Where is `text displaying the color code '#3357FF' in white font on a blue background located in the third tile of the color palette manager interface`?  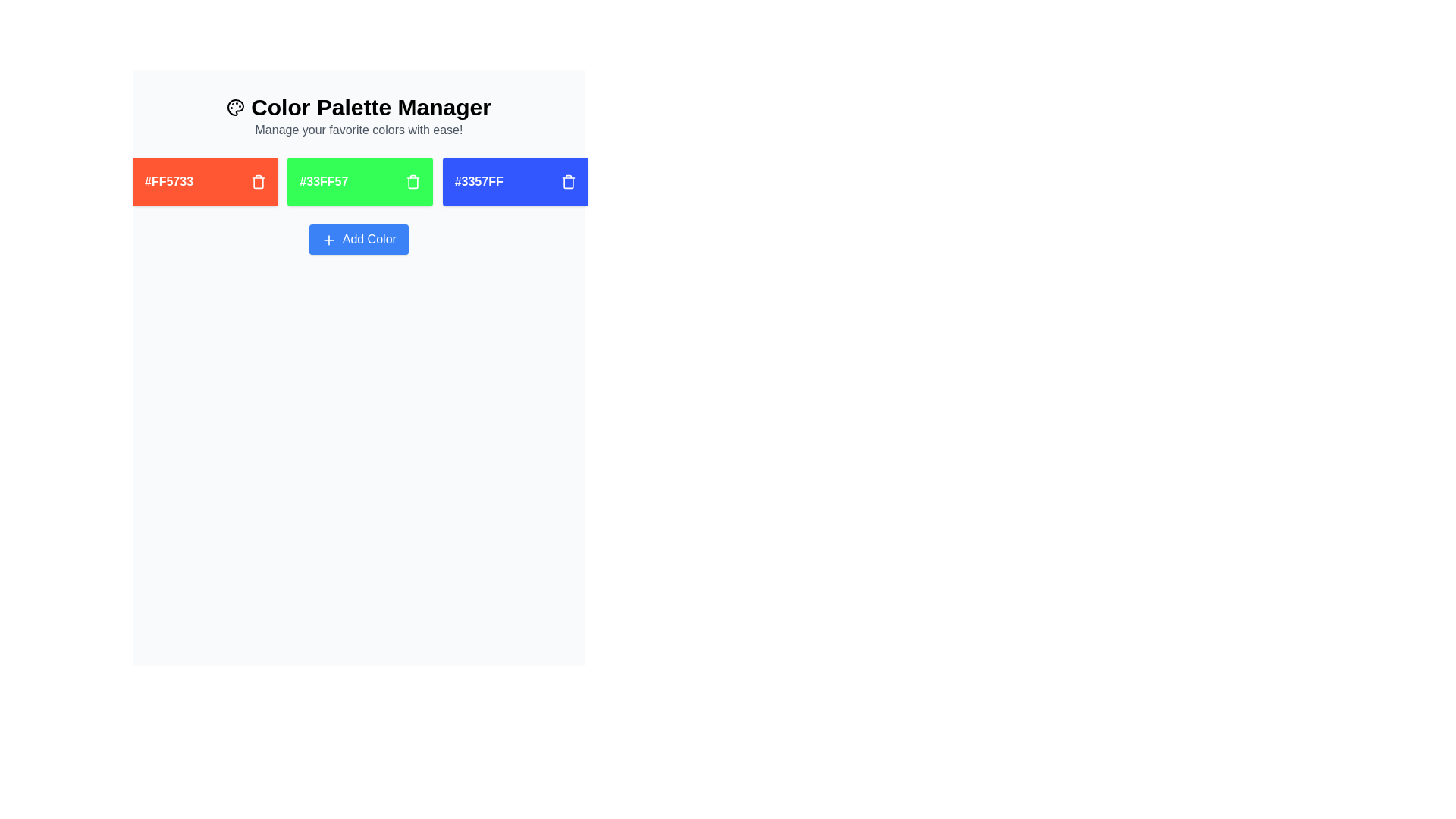 text displaying the color code '#3357FF' in white font on a blue background located in the third tile of the color palette manager interface is located at coordinates (478, 180).